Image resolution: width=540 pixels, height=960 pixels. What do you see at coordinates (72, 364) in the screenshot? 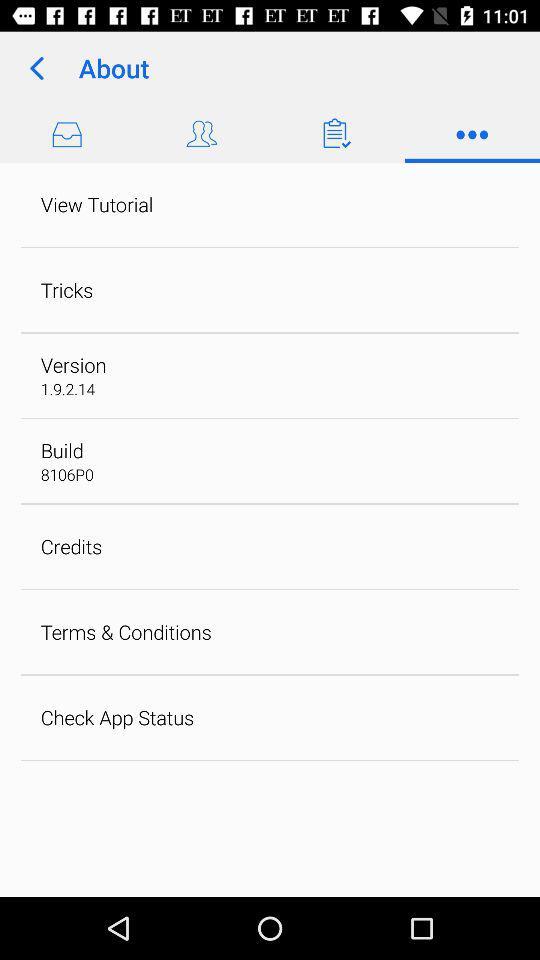
I see `the app above 1 9 2 app` at bounding box center [72, 364].